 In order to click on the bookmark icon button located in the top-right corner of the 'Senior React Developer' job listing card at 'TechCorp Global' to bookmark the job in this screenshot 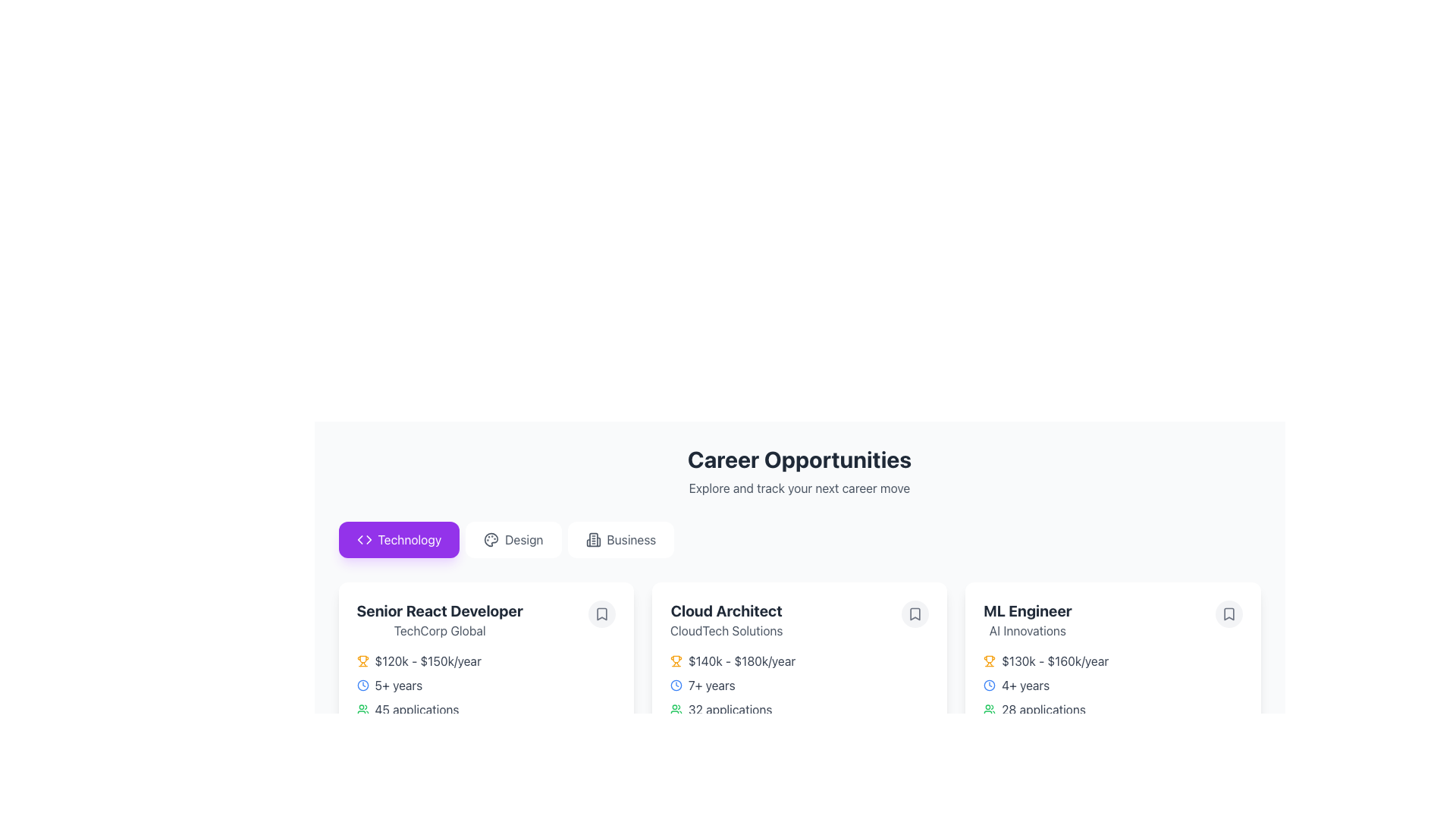, I will do `click(601, 614)`.